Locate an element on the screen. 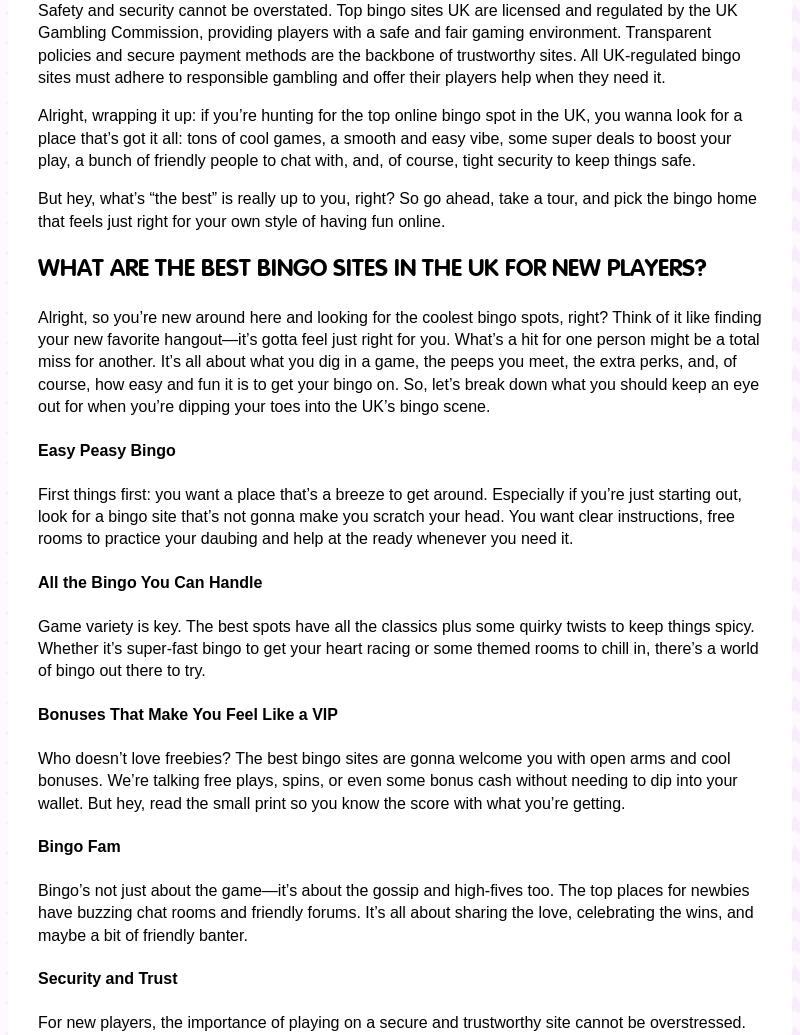 The image size is (800, 1035). 'Alright, so you’re new around here and looking for the coolest bingo spots, right? Think of it like finding your new favorite hangout—it’s gotta feel just right for you. What’s a hit for one person might be a total miss for another. It’s all about what you dig in a game, the peeps you meet, the extra perks, and, of course, how easy and fun it is to get your bingo on. So, let’s break down what you should keep an eye out for when you’re dipping your toes into the UK’s bingo scene.' is located at coordinates (398, 361).